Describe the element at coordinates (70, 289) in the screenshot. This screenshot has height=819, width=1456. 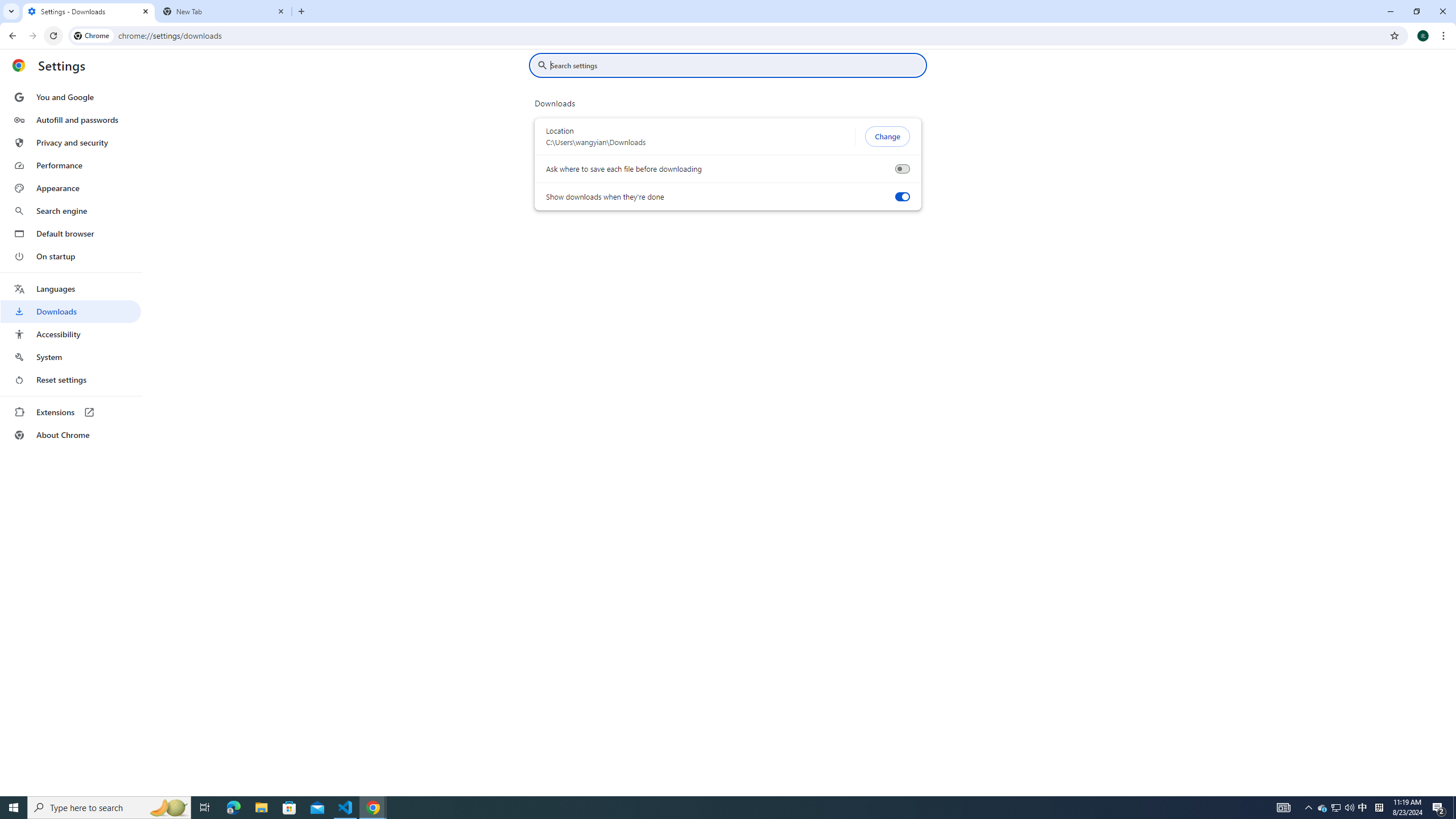
I see `'Languages'` at that location.